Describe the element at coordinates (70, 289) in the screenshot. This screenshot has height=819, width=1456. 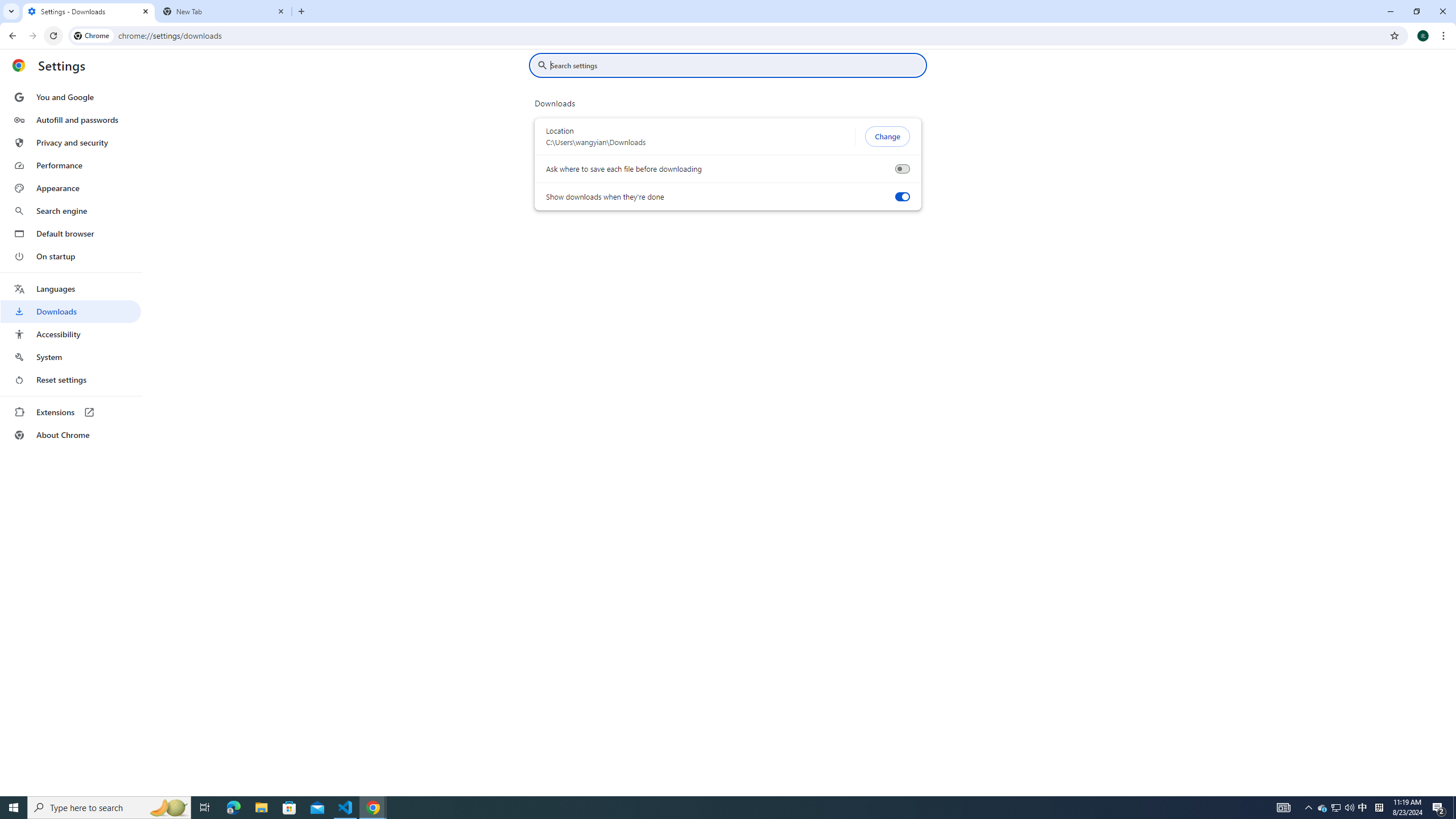
I see `'Languages'` at that location.